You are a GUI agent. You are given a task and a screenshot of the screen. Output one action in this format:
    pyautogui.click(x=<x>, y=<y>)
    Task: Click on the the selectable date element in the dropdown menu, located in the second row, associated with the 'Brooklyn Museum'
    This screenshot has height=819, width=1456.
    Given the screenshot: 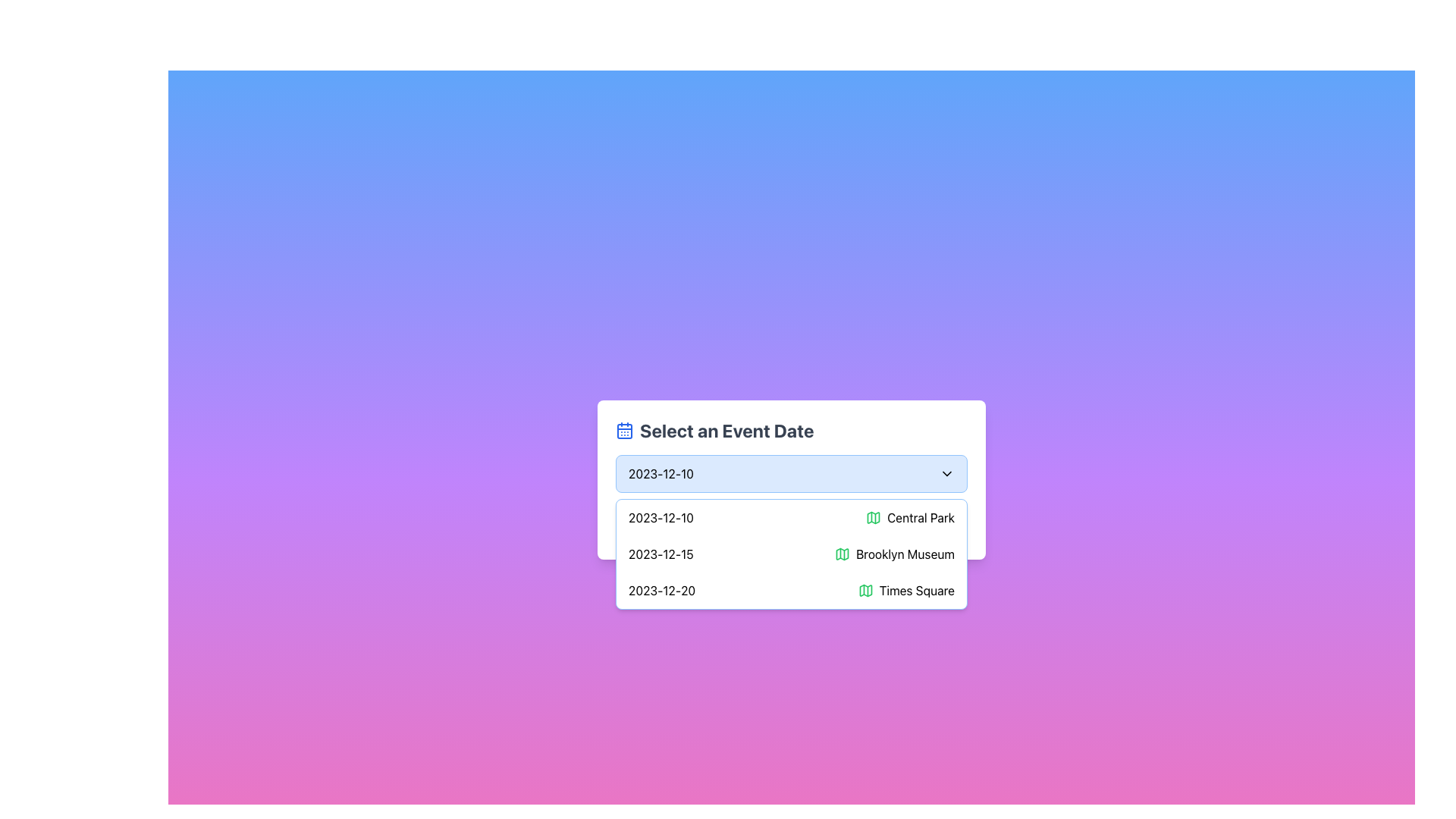 What is the action you would take?
    pyautogui.click(x=661, y=554)
    